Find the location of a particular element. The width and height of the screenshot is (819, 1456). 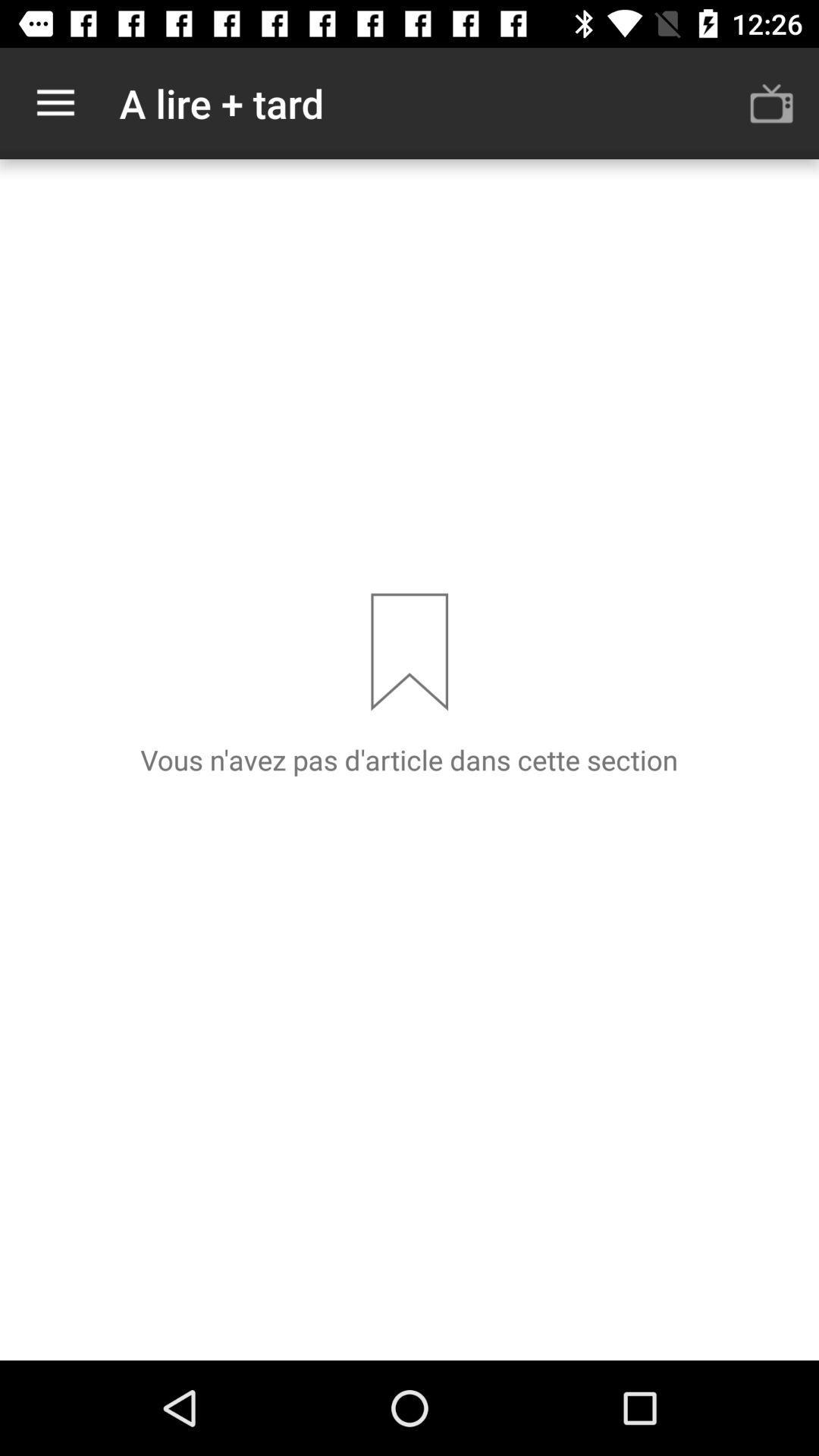

icon to the left of the a lire + tard item is located at coordinates (55, 102).